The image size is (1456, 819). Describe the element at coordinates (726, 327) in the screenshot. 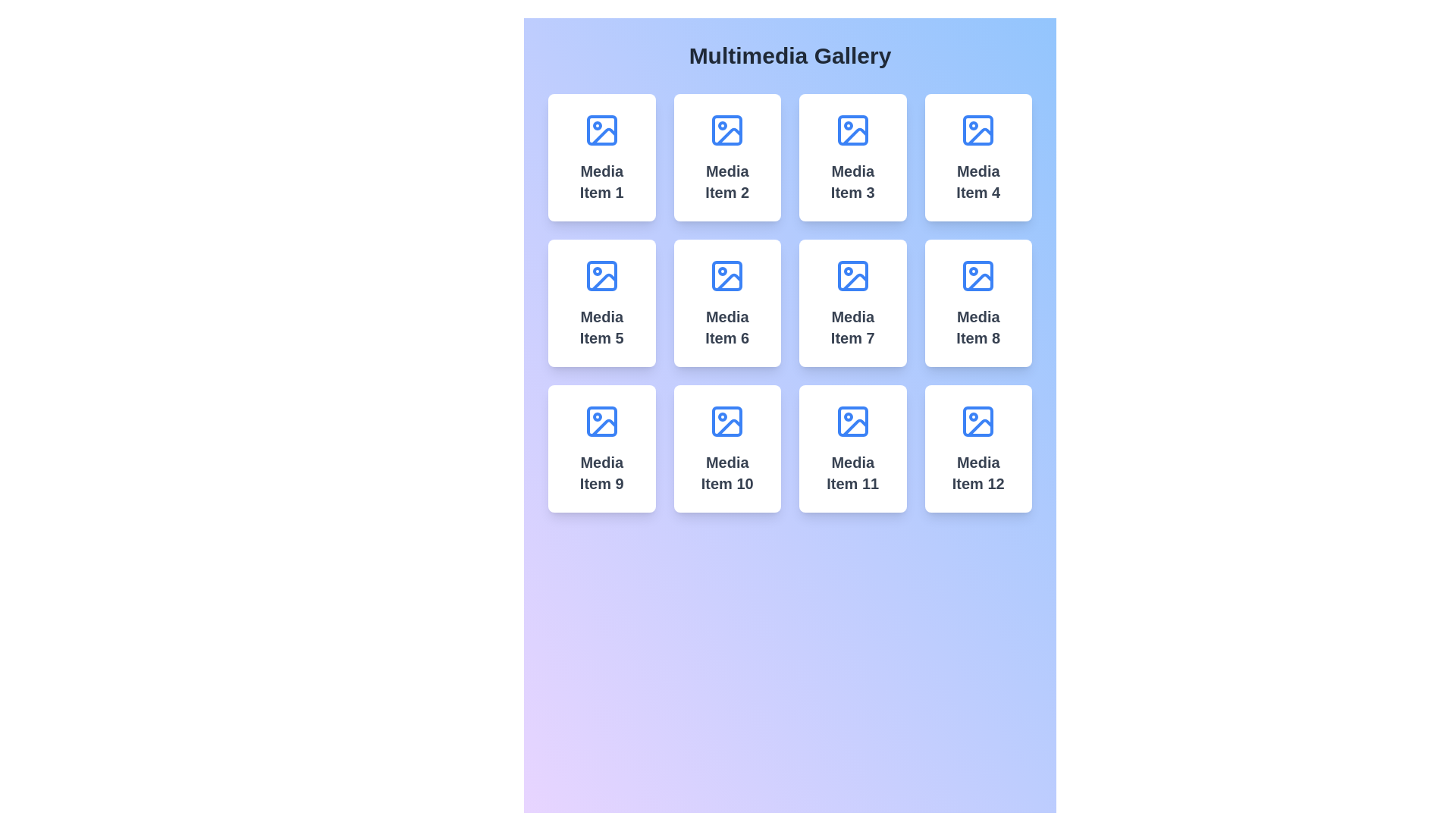

I see `text label 'Media Item 6' located in the third row and second column of the grid layout, positioned below the blue image icon` at that location.